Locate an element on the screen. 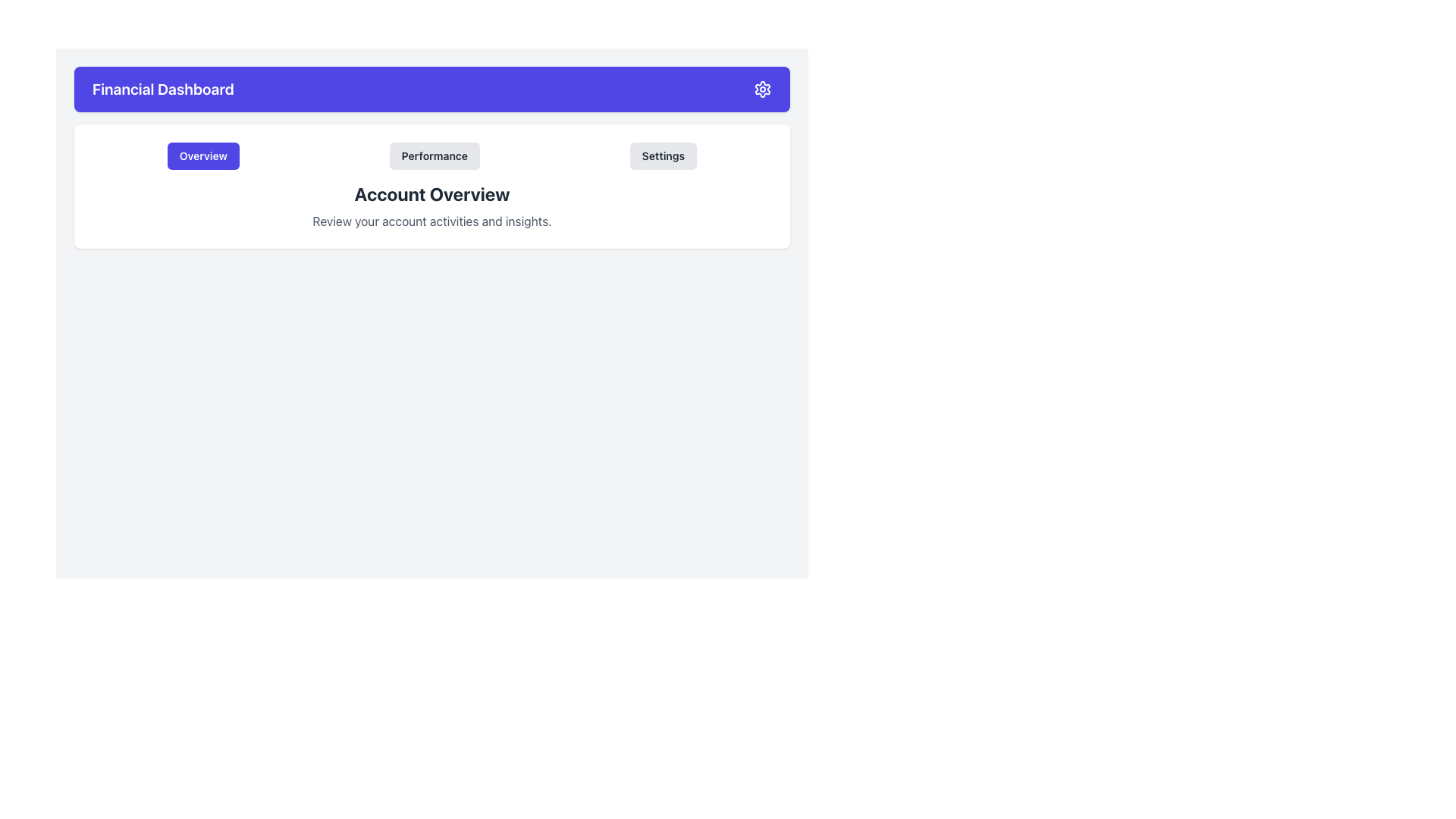  the settings icon represented by a gear shape located in the top-right corner of the blue bar titled 'Financial Dashboard' is located at coordinates (763, 89).